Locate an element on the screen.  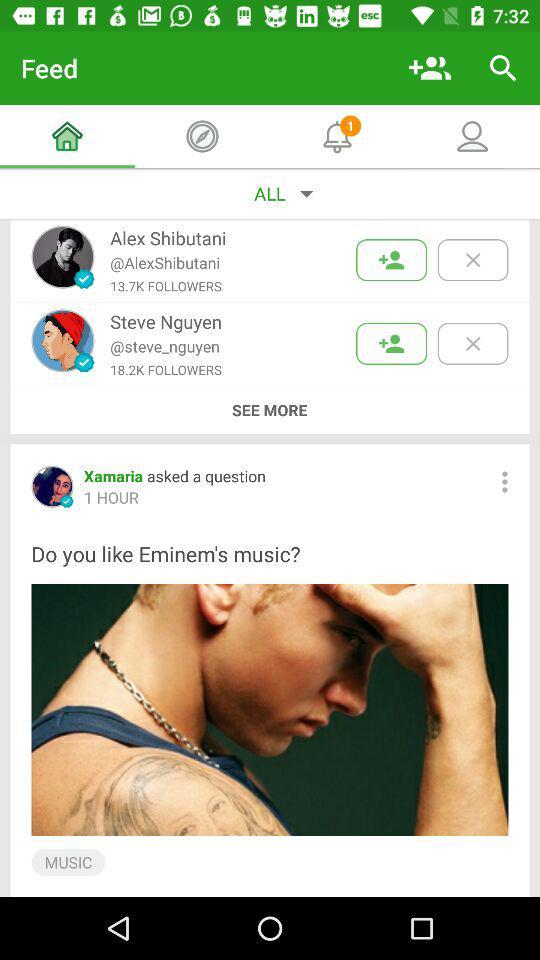
dismiss suggestion is located at coordinates (472, 343).